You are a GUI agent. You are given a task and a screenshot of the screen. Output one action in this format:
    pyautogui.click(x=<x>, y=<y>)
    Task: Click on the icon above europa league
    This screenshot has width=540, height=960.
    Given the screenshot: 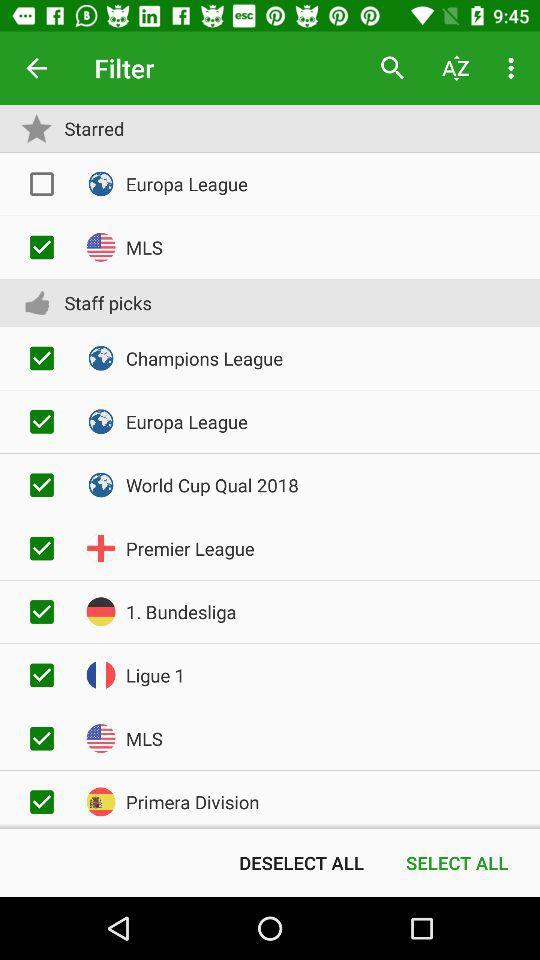 What is the action you would take?
    pyautogui.click(x=393, y=68)
    